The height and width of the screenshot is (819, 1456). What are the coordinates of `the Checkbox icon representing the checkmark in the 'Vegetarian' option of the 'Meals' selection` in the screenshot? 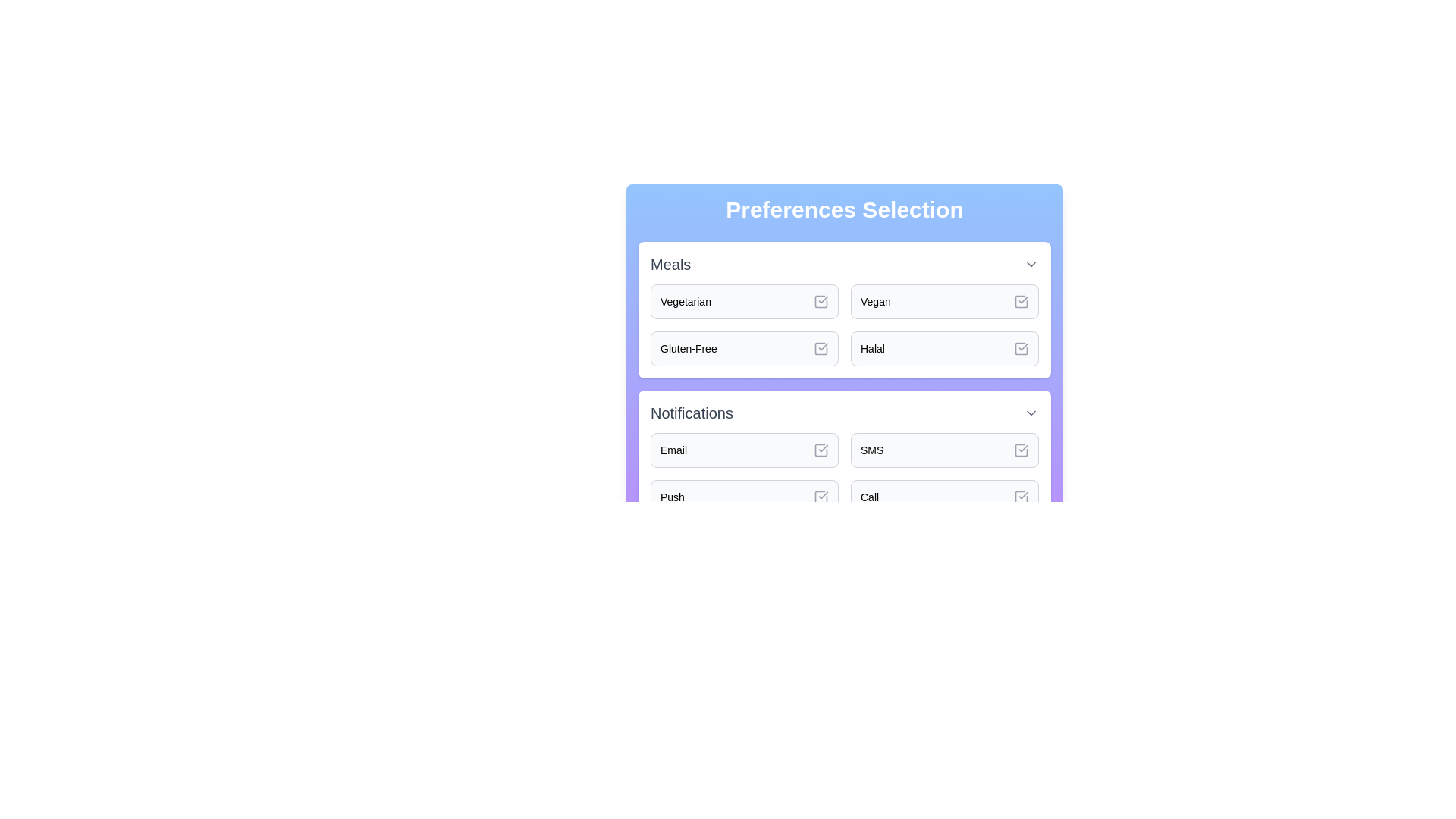 It's located at (821, 301).